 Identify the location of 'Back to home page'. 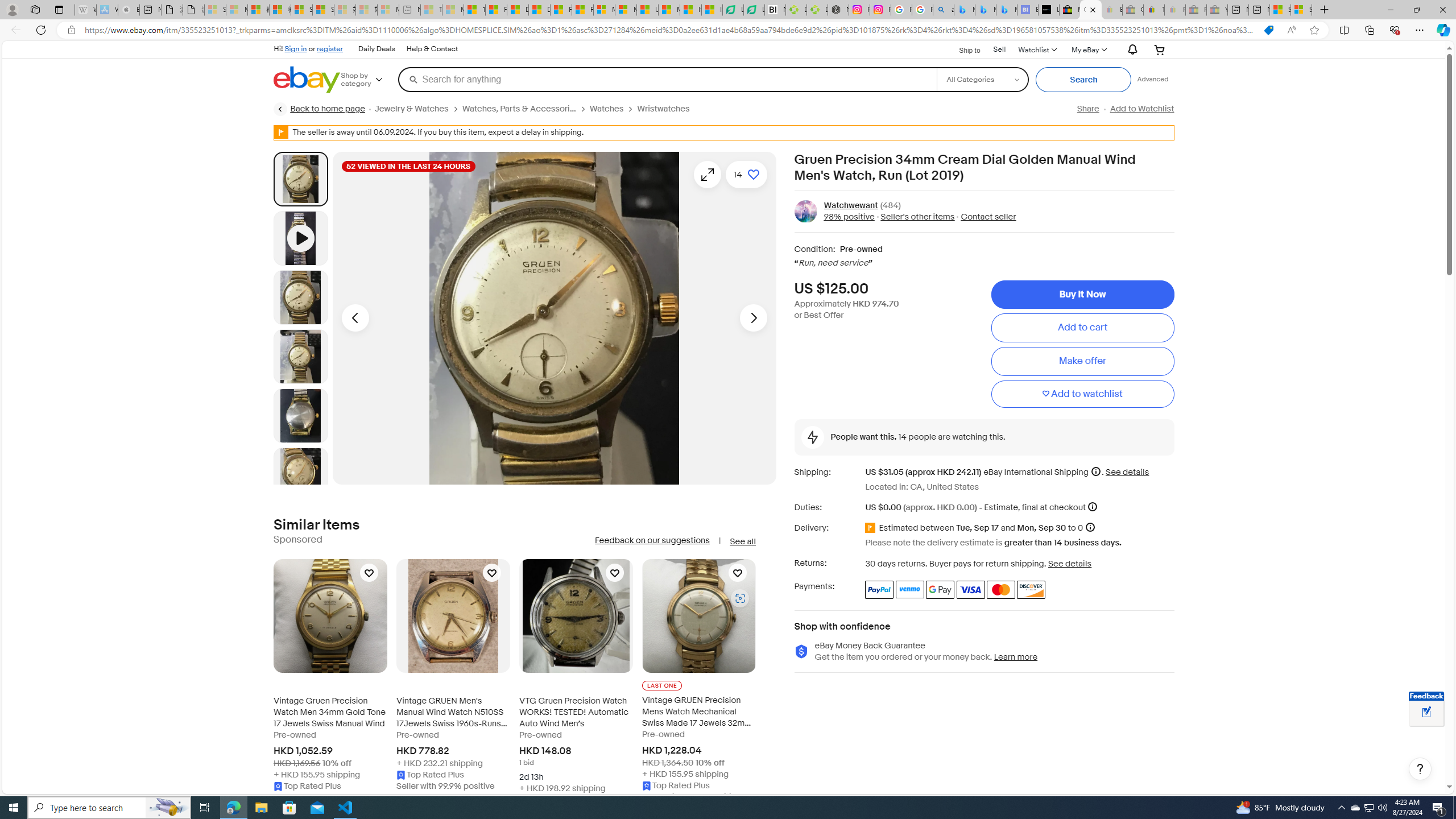
(318, 109).